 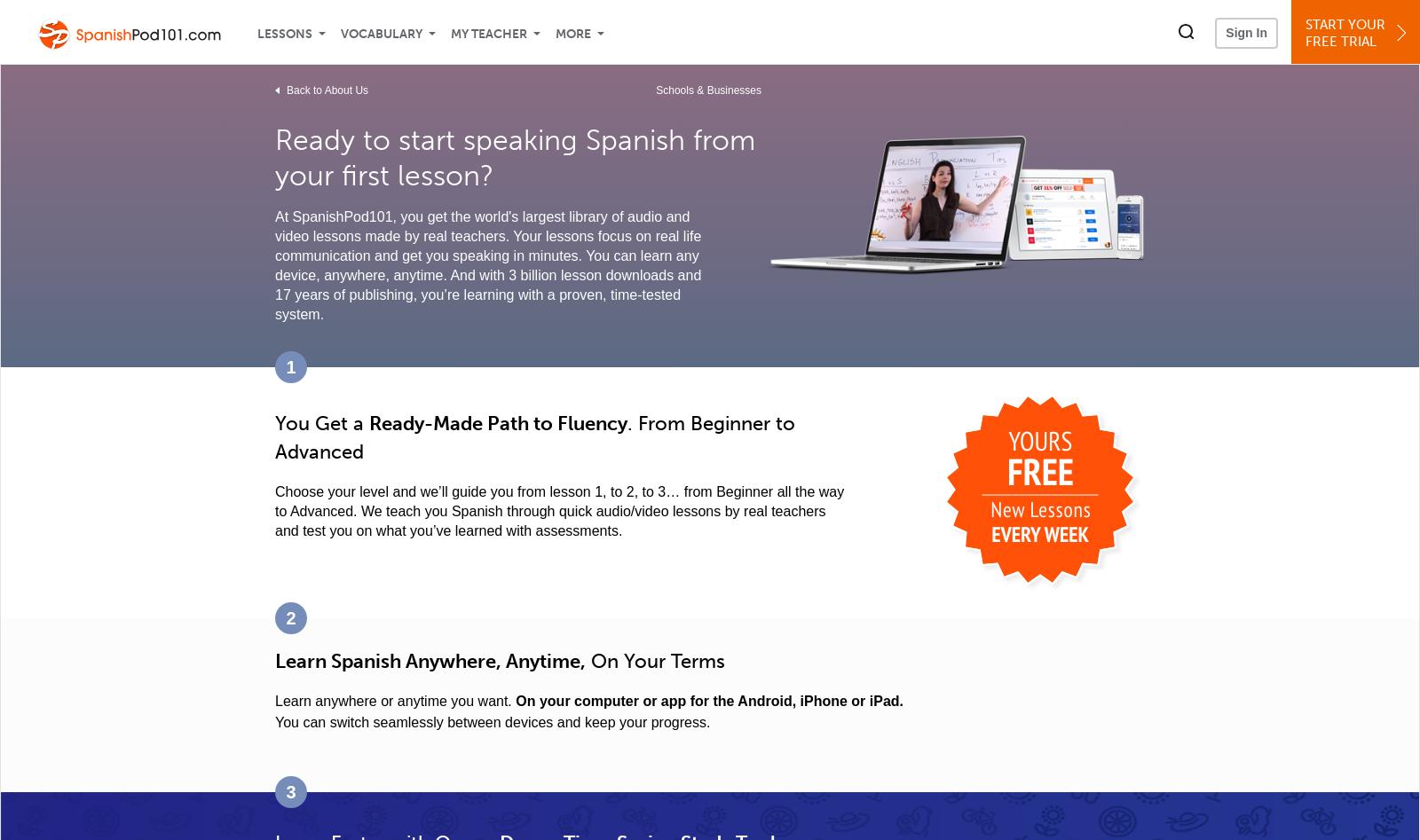 What do you see at coordinates (709, 701) in the screenshot?
I see `'On your computer or app for the Android, iPhone or iPad.'` at bounding box center [709, 701].